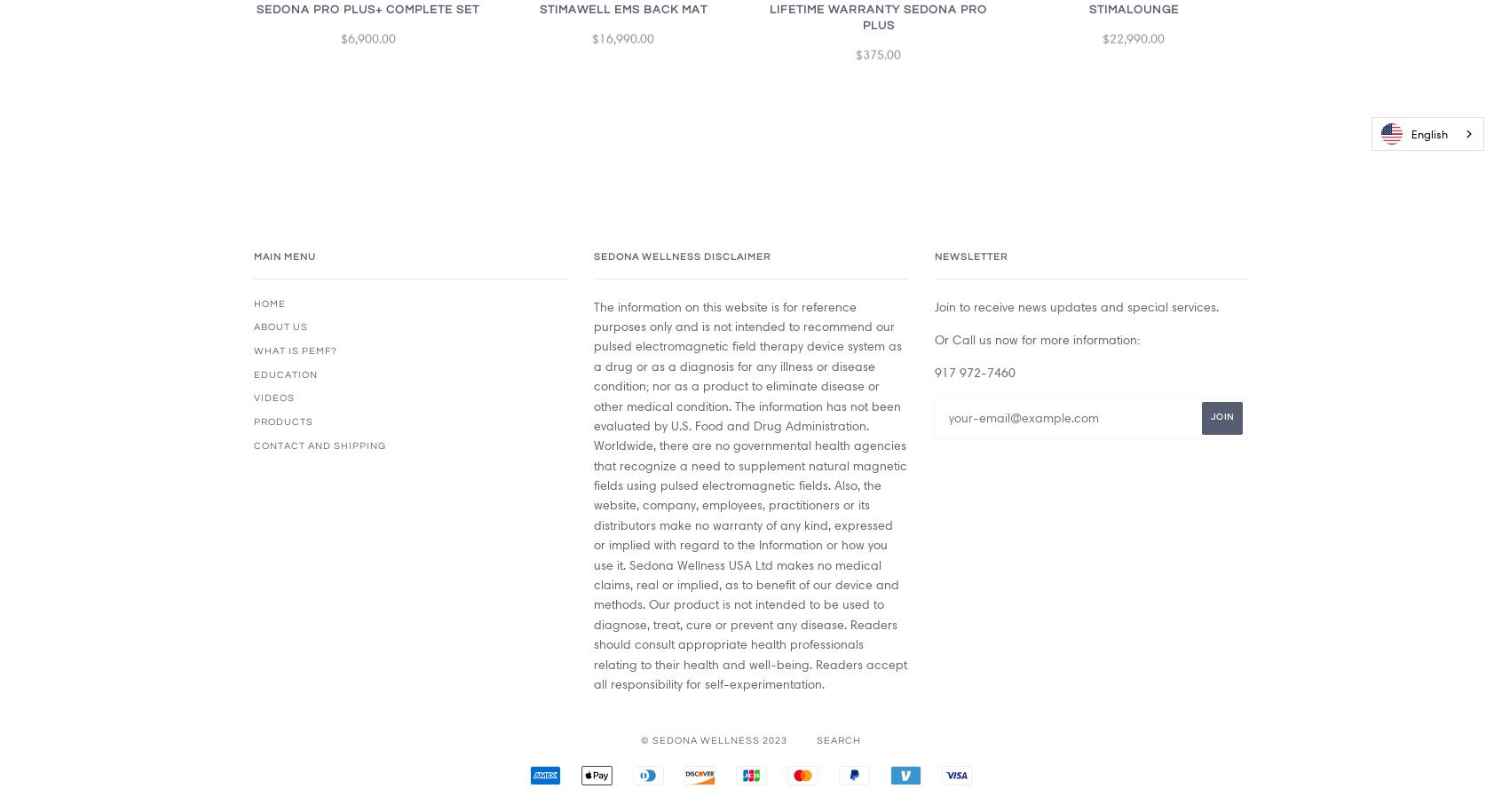  What do you see at coordinates (622, 9) in the screenshot?
I see `'StimaWell EMS Back Mat'` at bounding box center [622, 9].